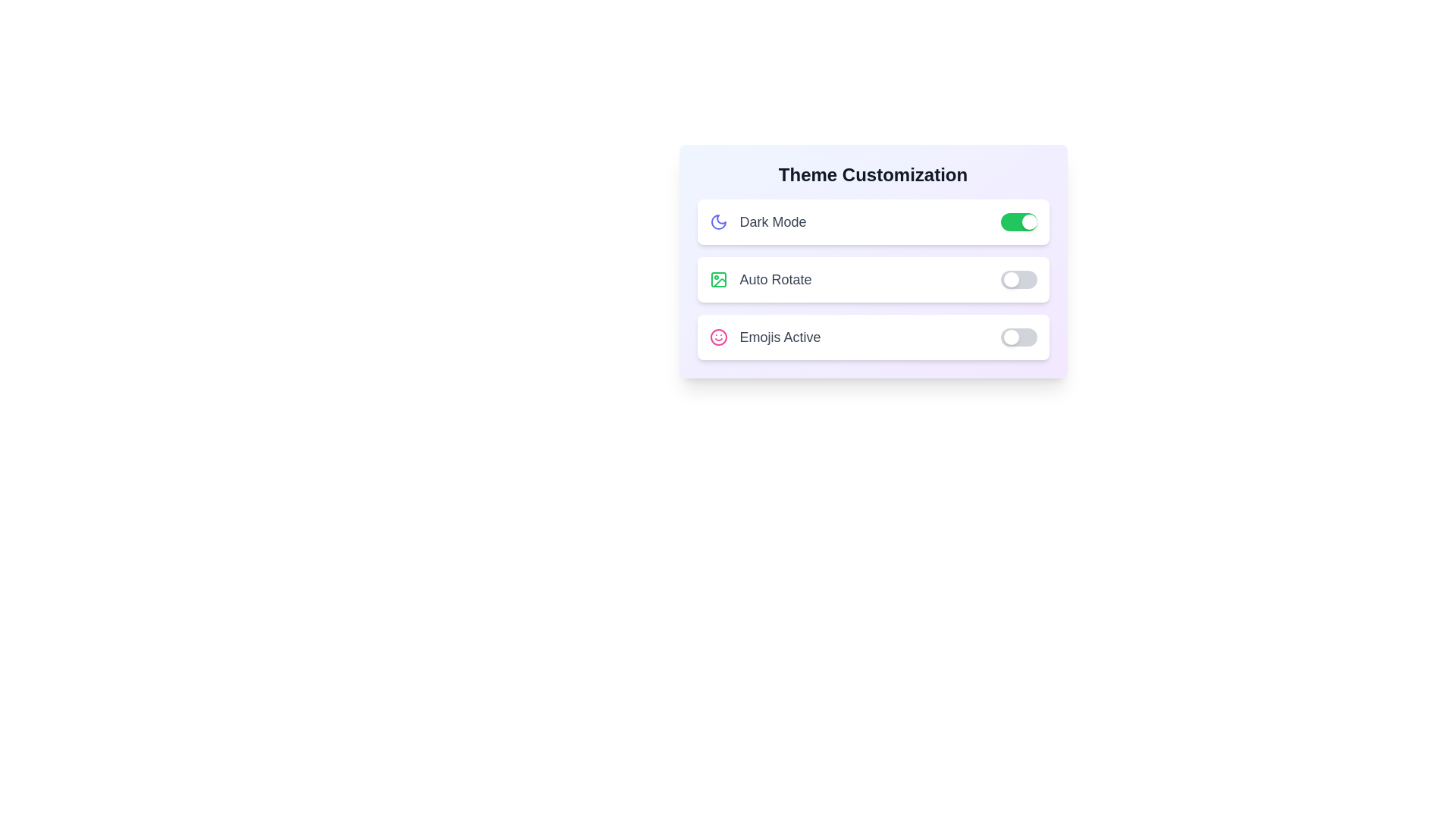 The width and height of the screenshot is (1456, 819). Describe the element at coordinates (761, 280) in the screenshot. I see `the 'auto Rotate' label element, which is the second item in the vertical list within the 'Theme Customization' section, positioned between 'Dark Mode' and 'Emojis Active'` at that location.